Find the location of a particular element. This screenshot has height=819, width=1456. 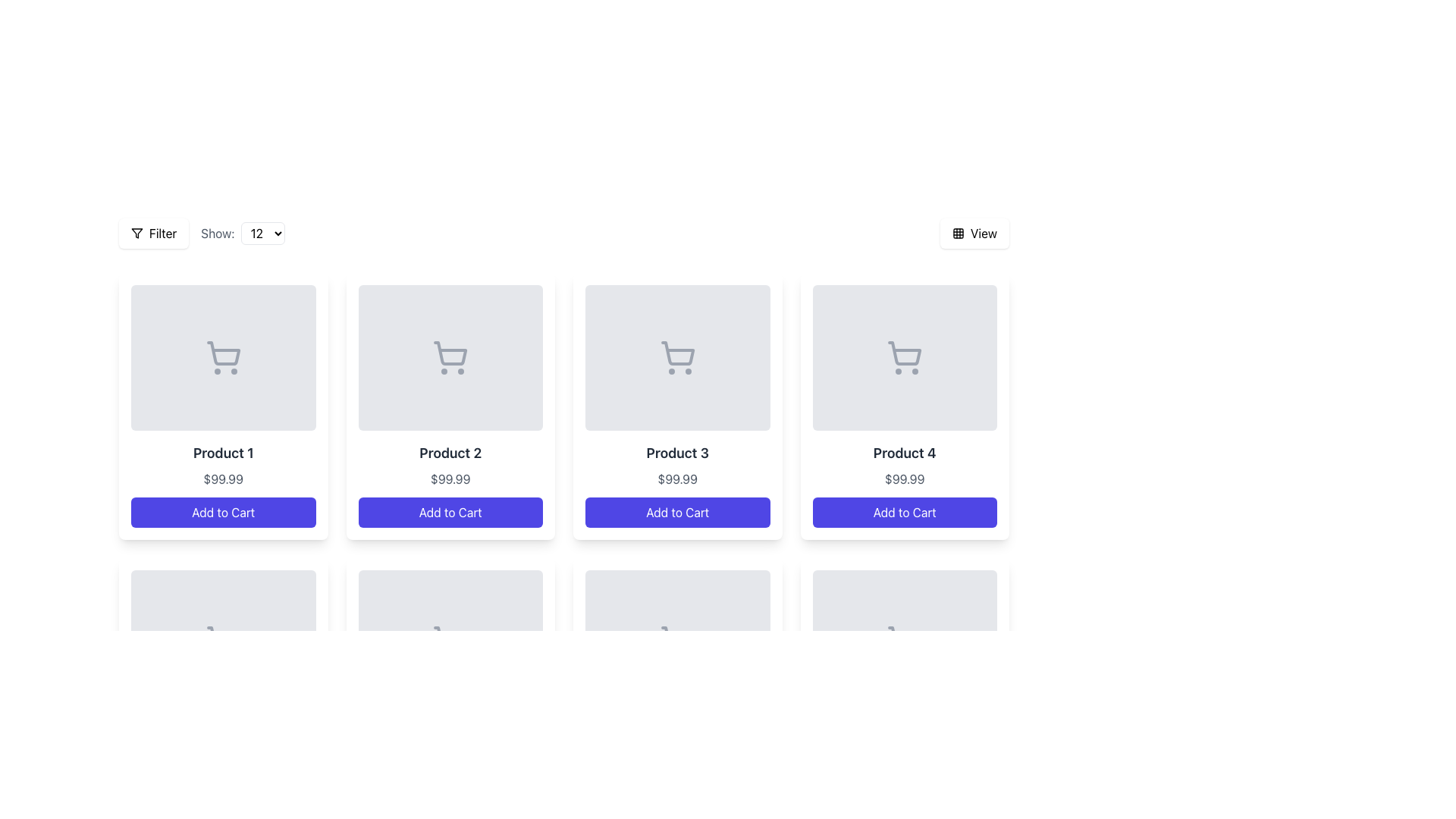

the filtering icon located to the left of the 'Filter' button is located at coordinates (137, 234).